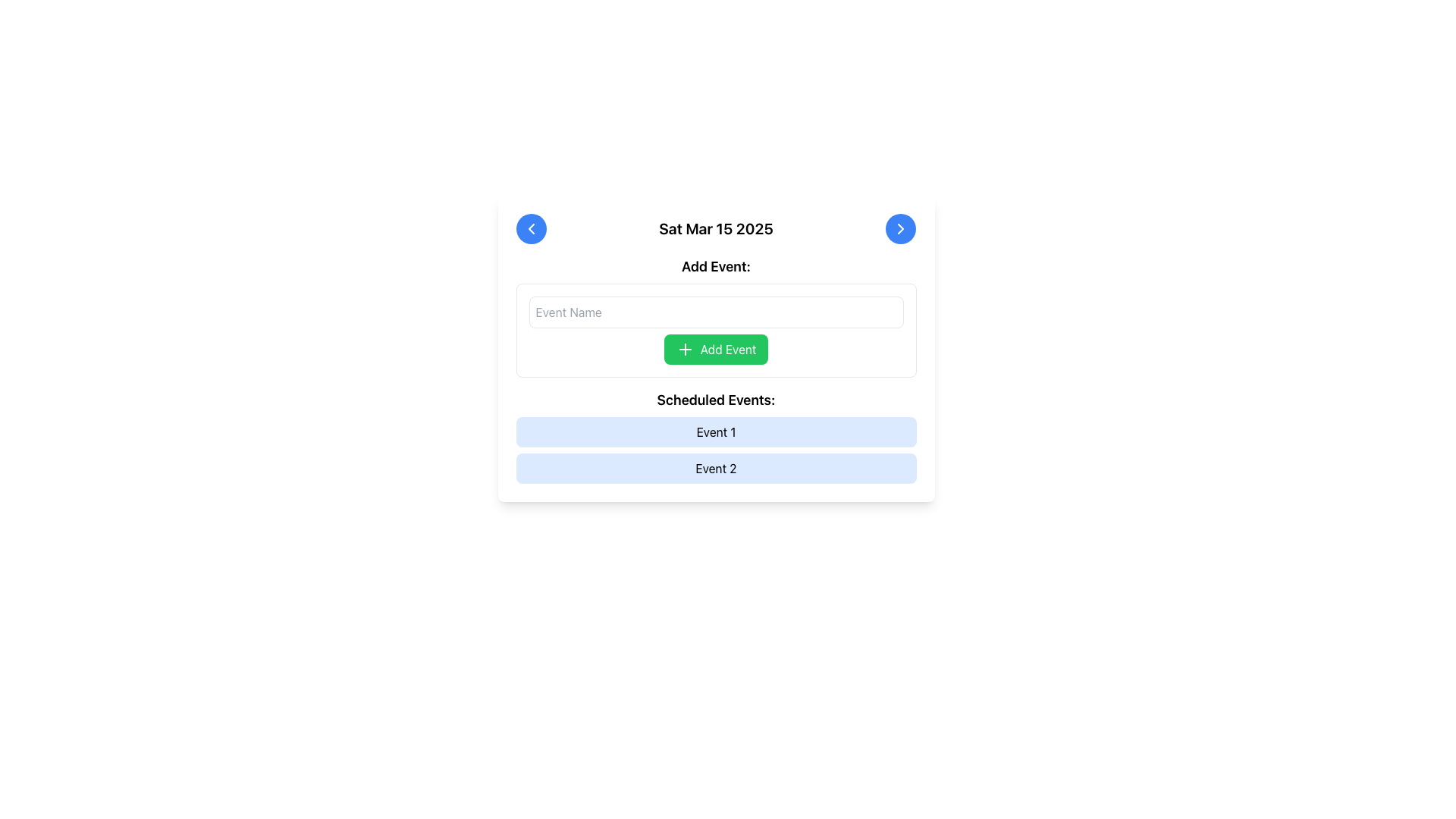 Image resolution: width=1456 pixels, height=819 pixels. Describe the element at coordinates (901, 228) in the screenshot. I see `the navigation icon located inside a circular button at the top-right corner of the interface, next` at that location.